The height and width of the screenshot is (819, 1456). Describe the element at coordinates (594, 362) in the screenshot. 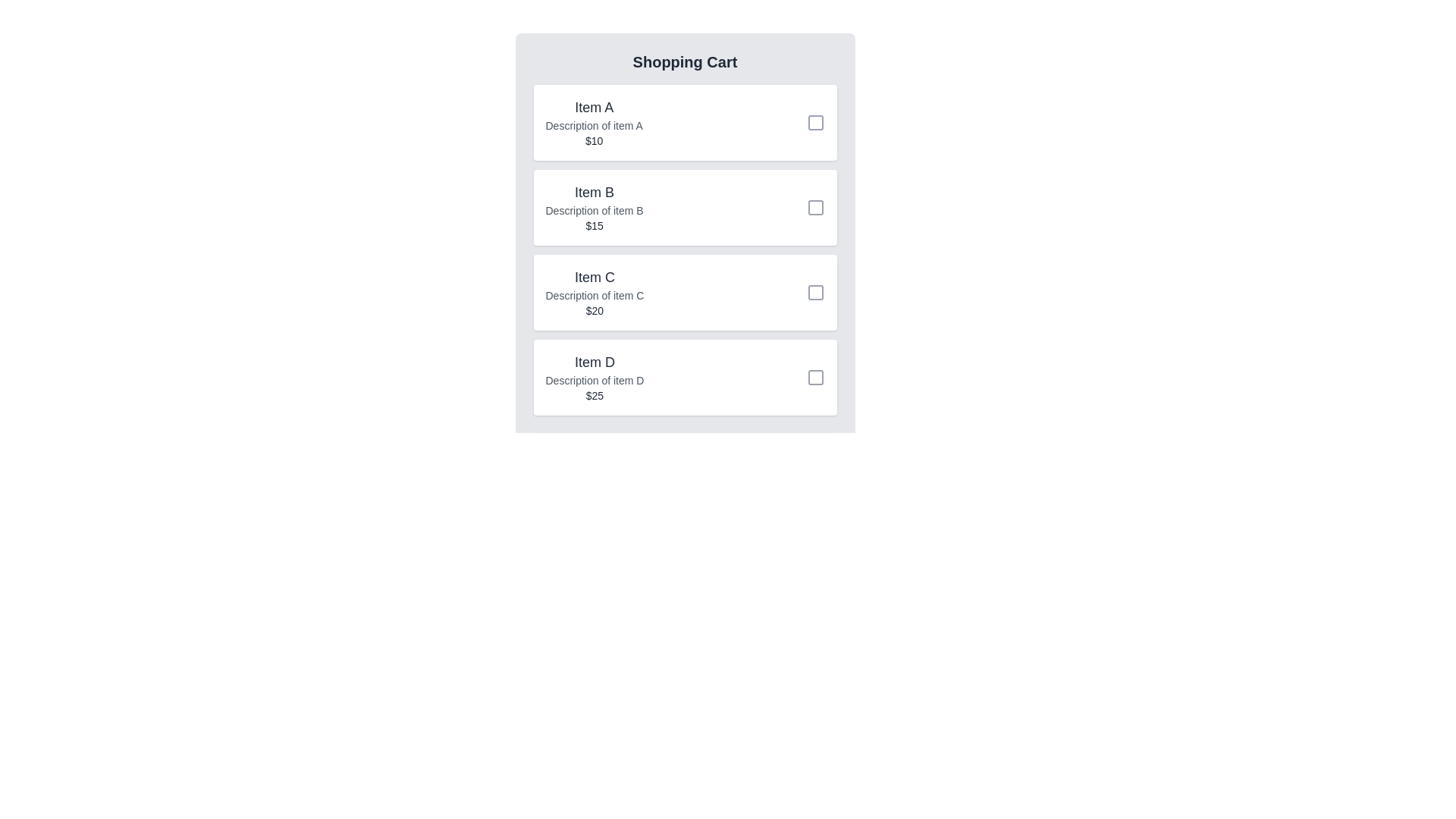

I see `the static text label that identifies 'Item D', which is positioned at the top-left corner of its section` at that location.